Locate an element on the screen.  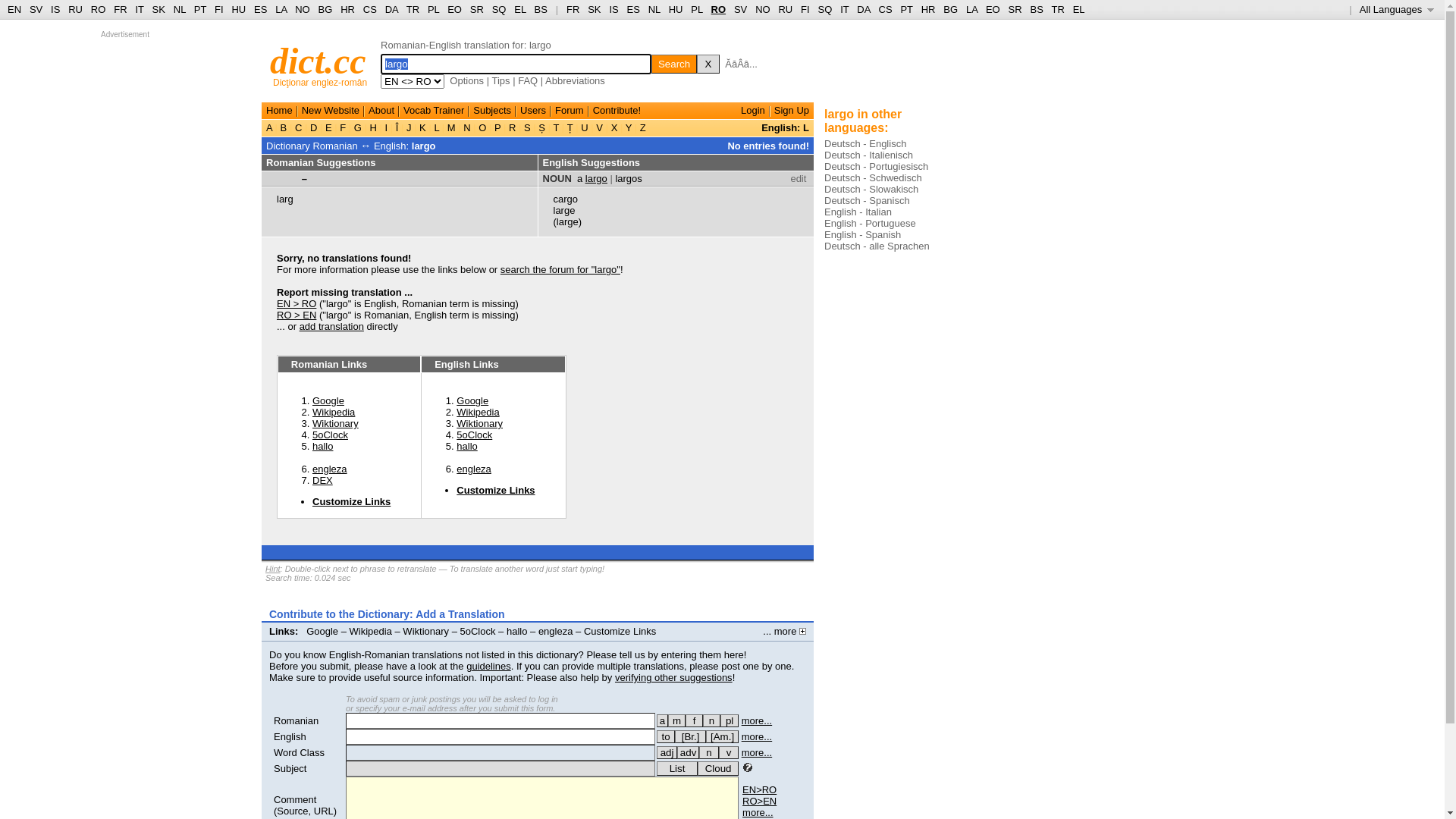
'EL' is located at coordinates (519, 9).